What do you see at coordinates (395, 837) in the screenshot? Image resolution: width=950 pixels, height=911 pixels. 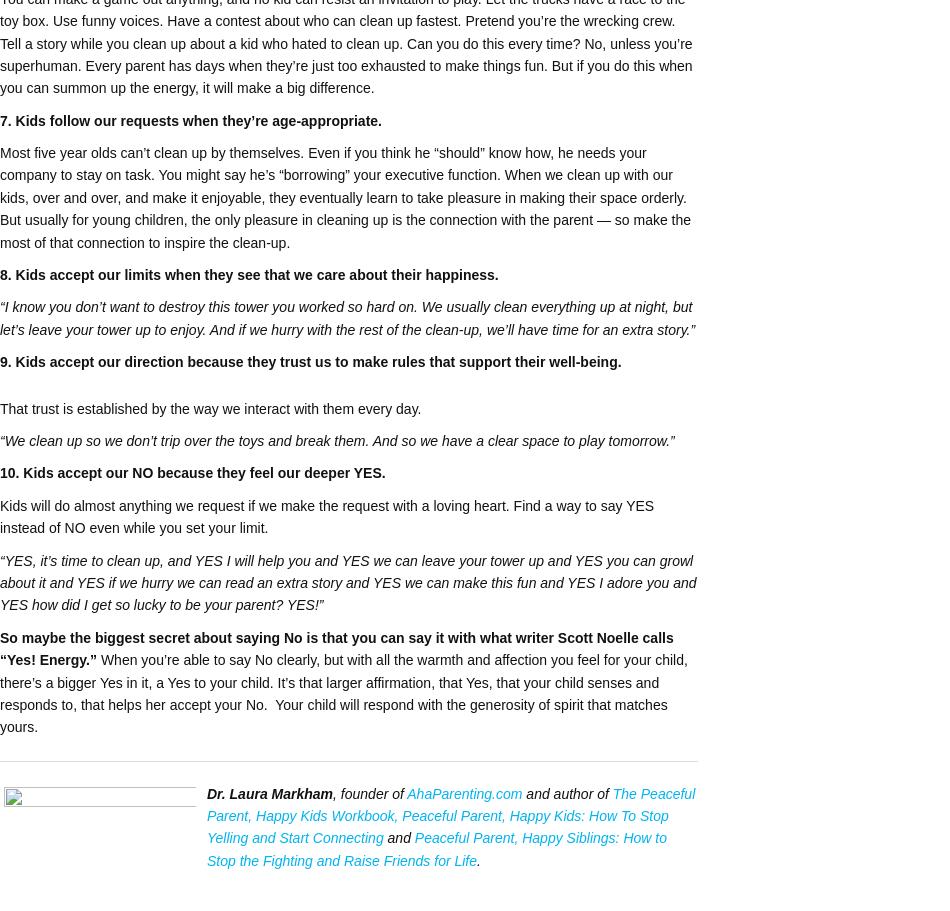 I see `'and'` at bounding box center [395, 837].